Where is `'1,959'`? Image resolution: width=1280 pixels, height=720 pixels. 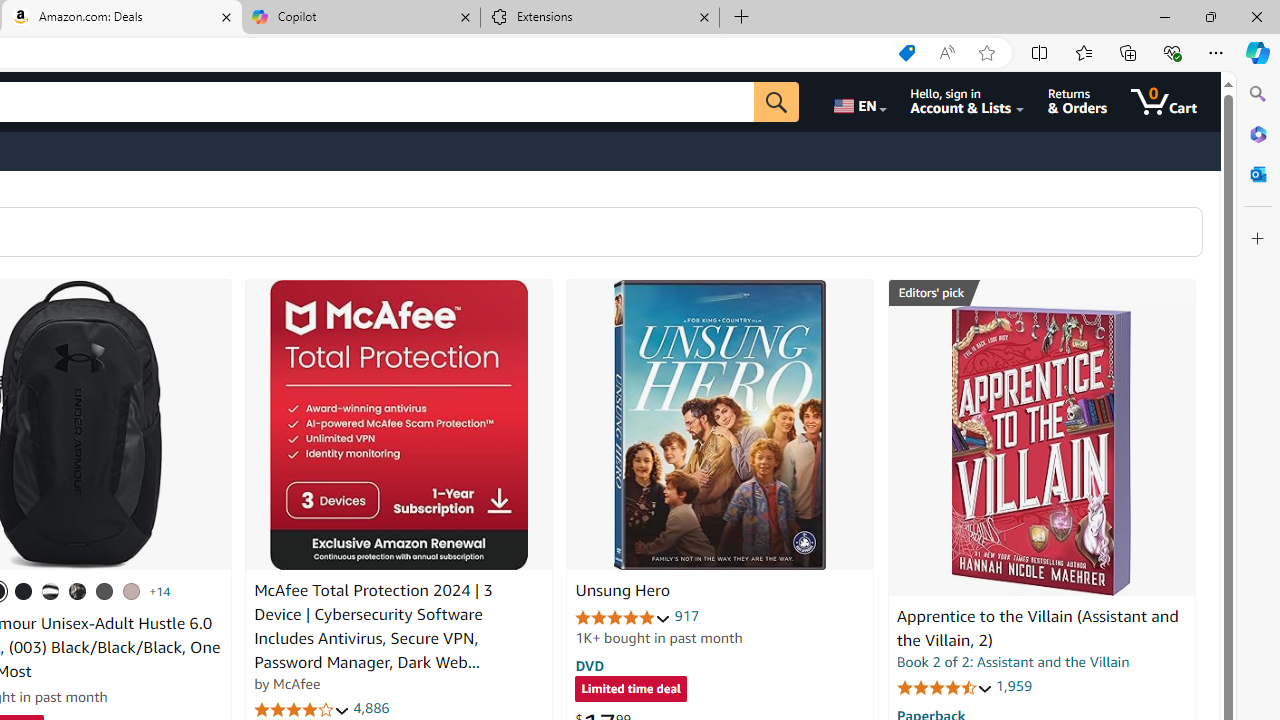
'1,959' is located at coordinates (1013, 685).